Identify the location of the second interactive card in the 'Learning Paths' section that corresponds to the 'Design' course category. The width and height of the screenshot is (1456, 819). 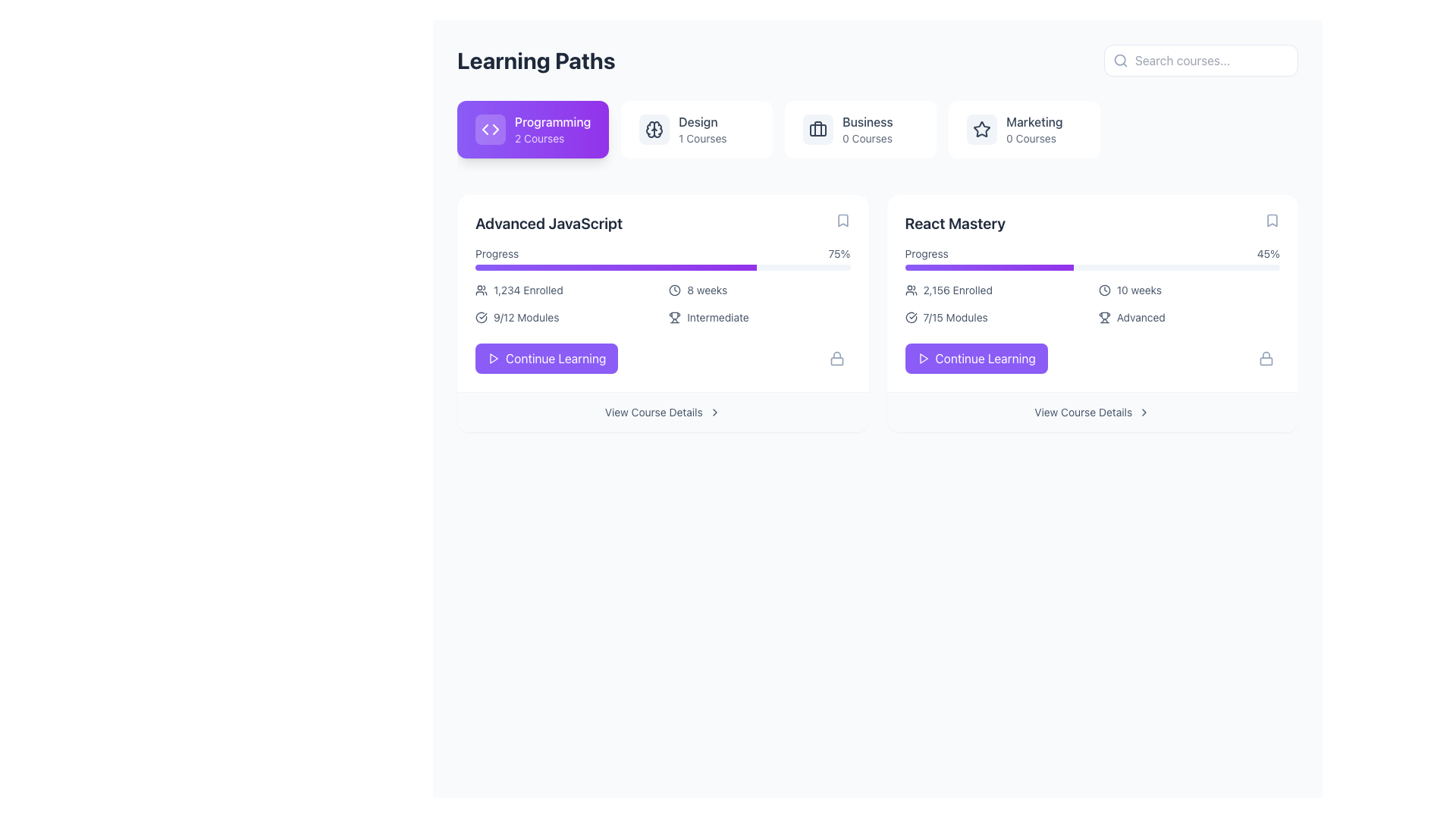
(696, 128).